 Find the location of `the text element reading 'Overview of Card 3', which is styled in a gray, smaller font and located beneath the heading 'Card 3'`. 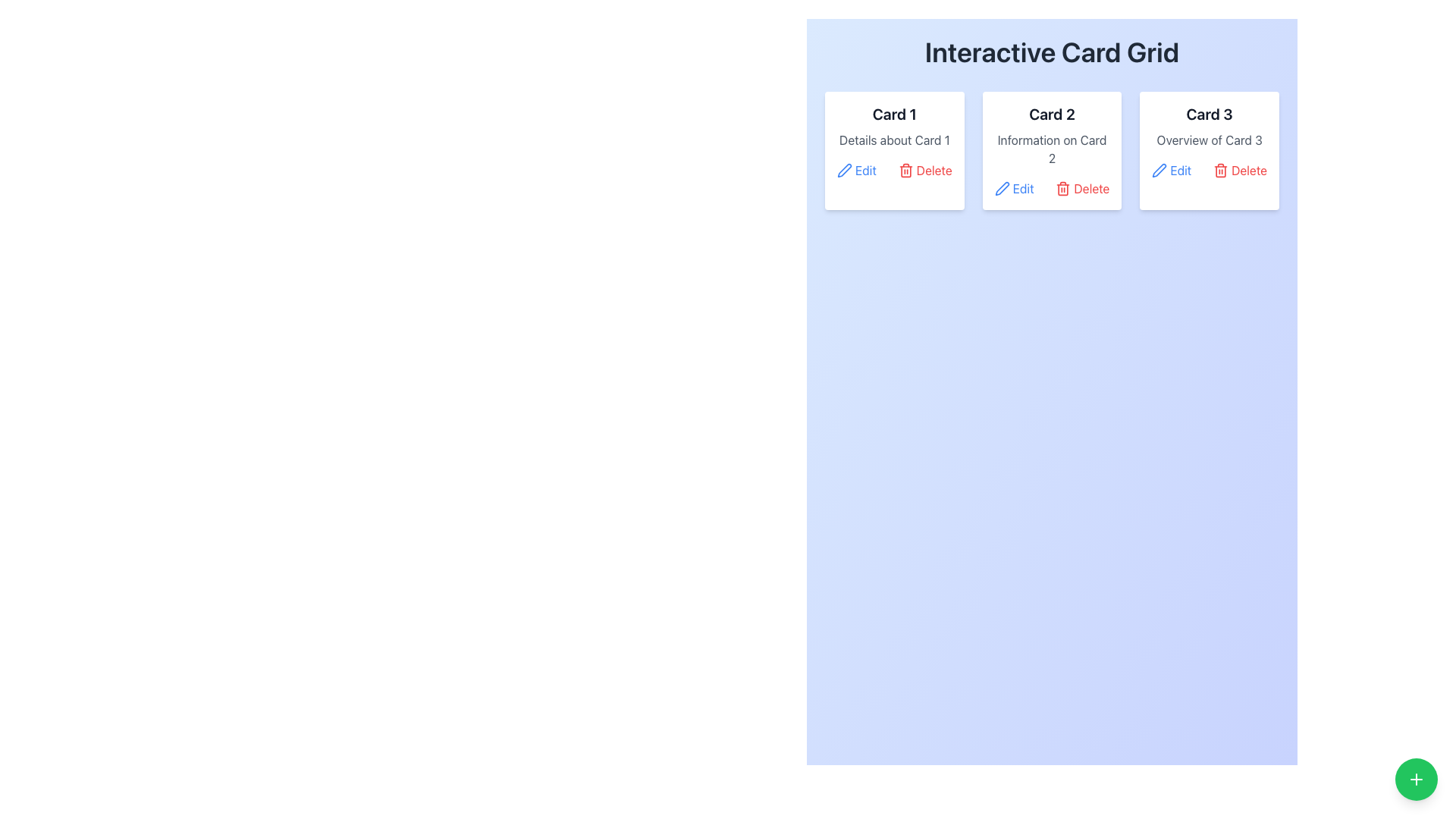

the text element reading 'Overview of Card 3', which is styled in a gray, smaller font and located beneath the heading 'Card 3' is located at coordinates (1209, 140).